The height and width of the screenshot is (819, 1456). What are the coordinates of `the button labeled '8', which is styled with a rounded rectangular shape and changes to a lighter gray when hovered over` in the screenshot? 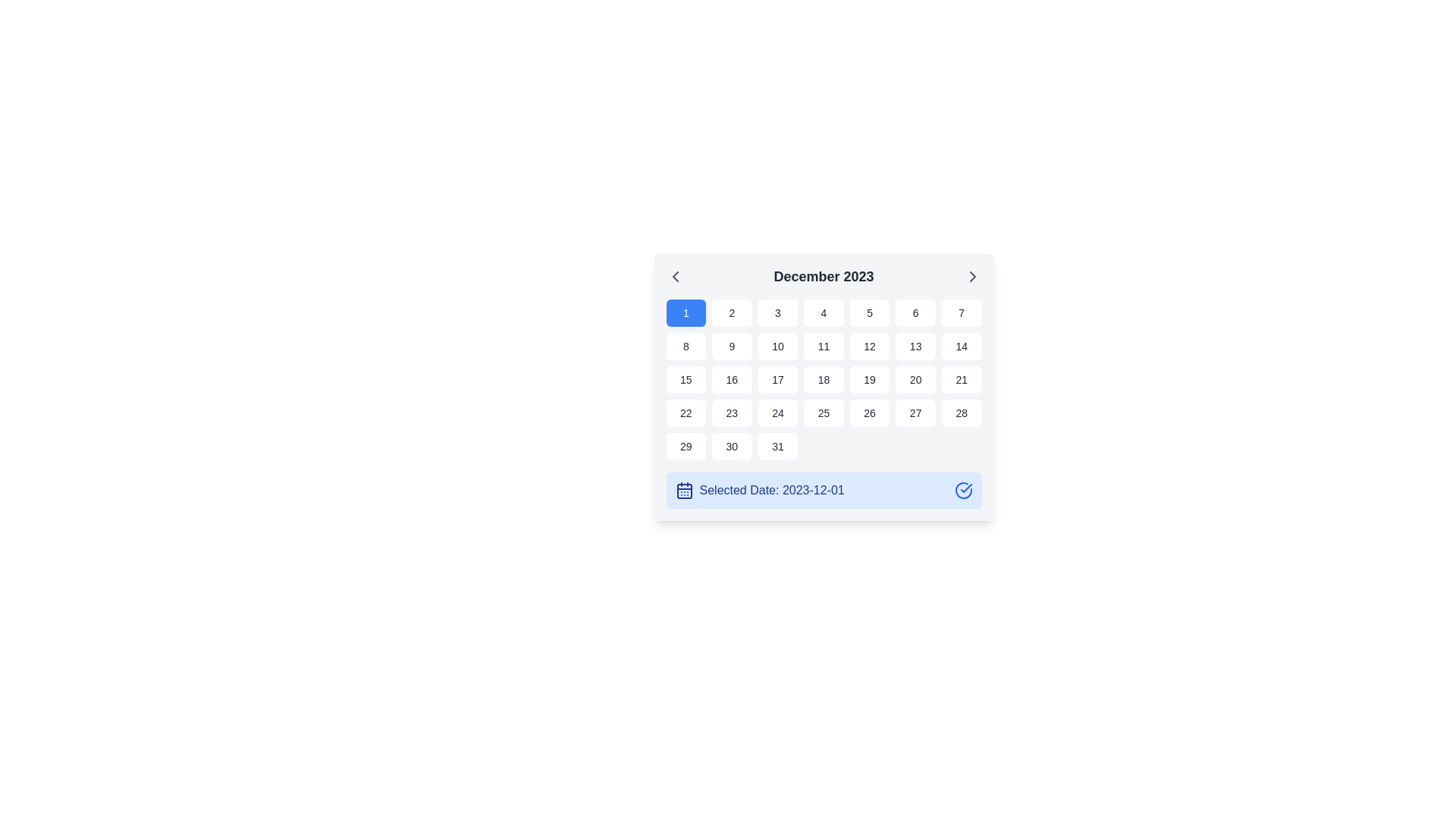 It's located at (685, 346).